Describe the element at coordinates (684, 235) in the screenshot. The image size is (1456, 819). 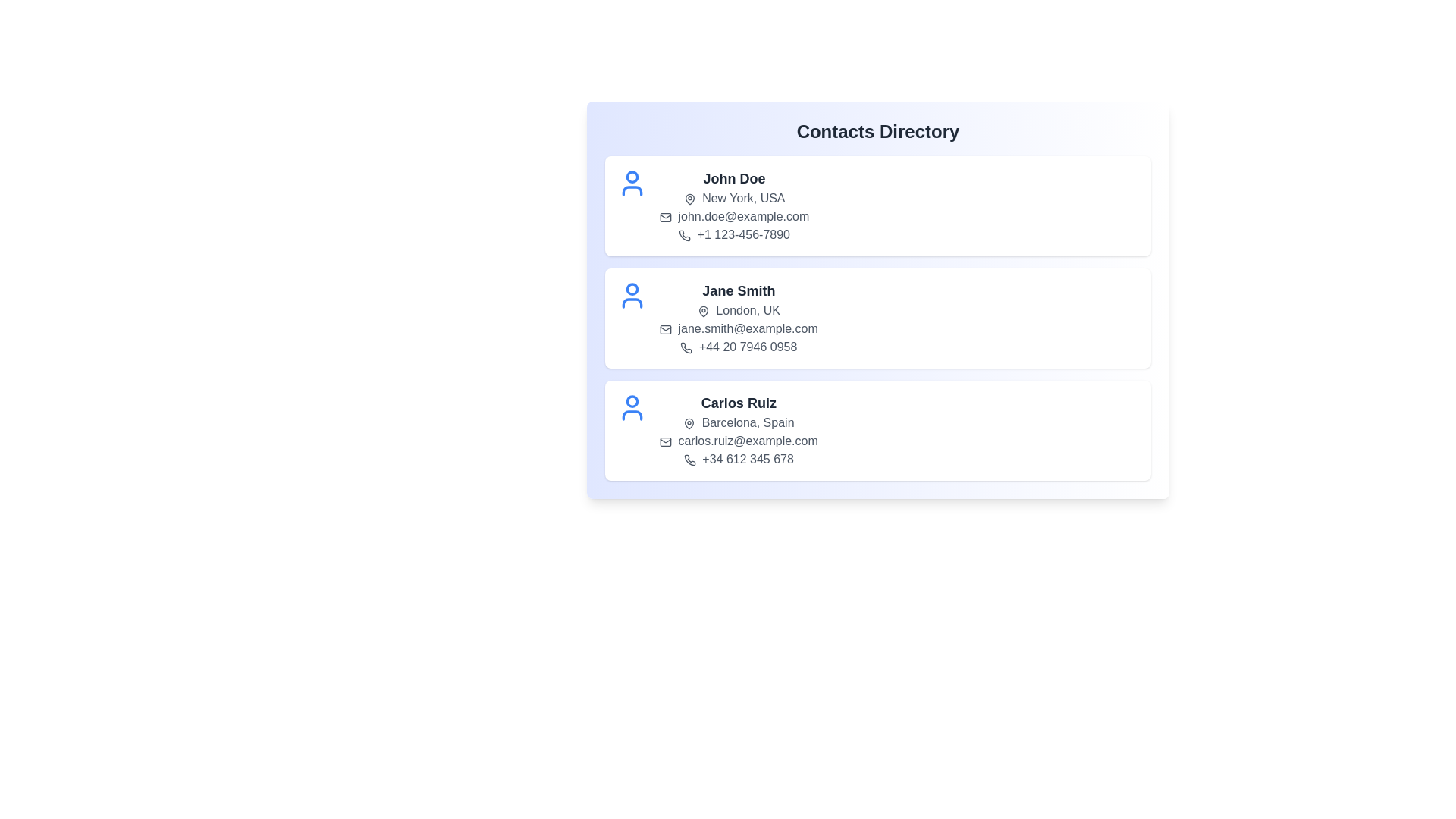
I see `the phone icon for the contact John Doe` at that location.